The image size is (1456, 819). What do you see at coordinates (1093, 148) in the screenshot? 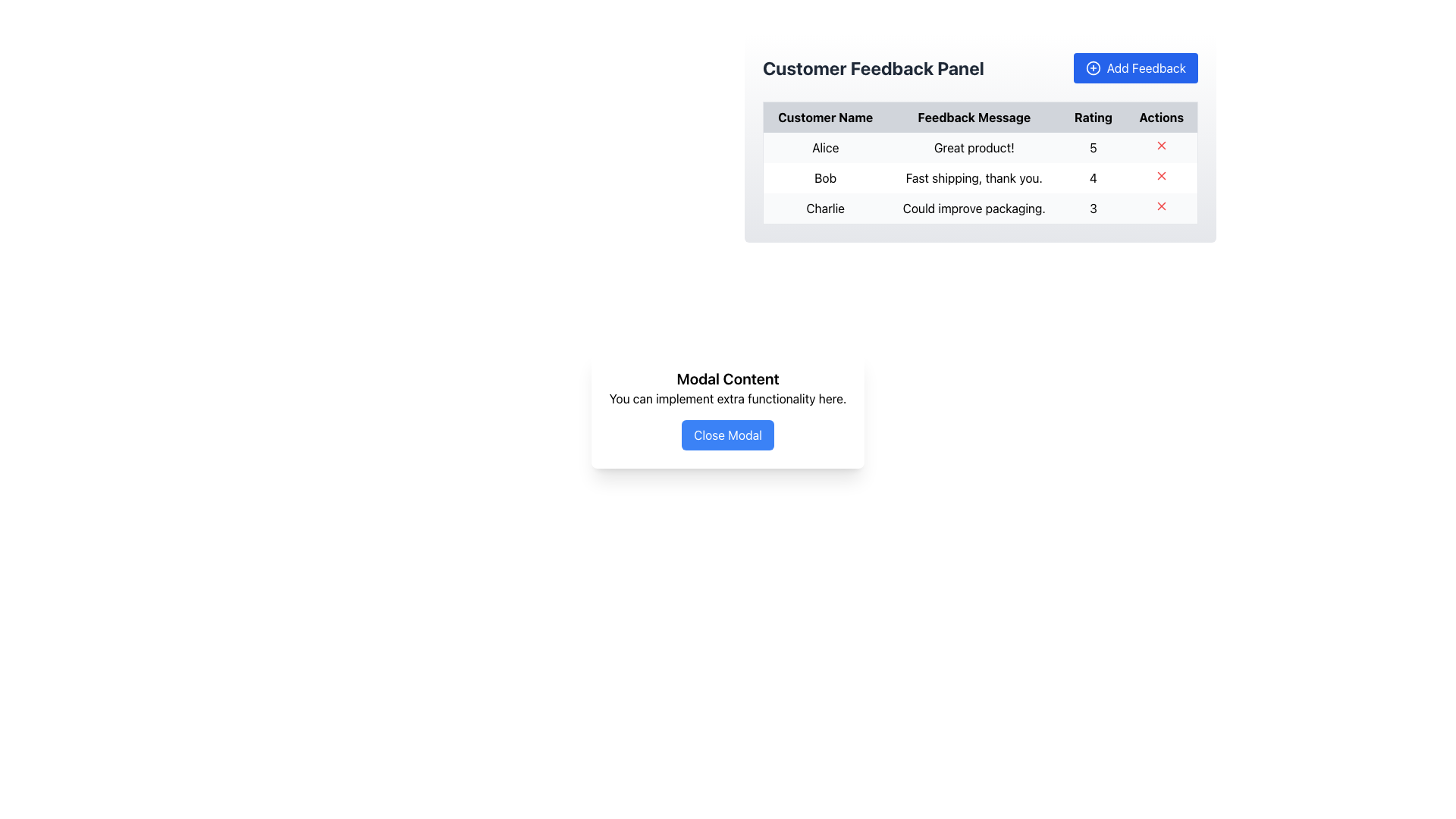
I see `the label representing the numeric rating given by user 'Alice' in the Customer Feedback Panel, located in the third column of the first row of the table` at bounding box center [1093, 148].